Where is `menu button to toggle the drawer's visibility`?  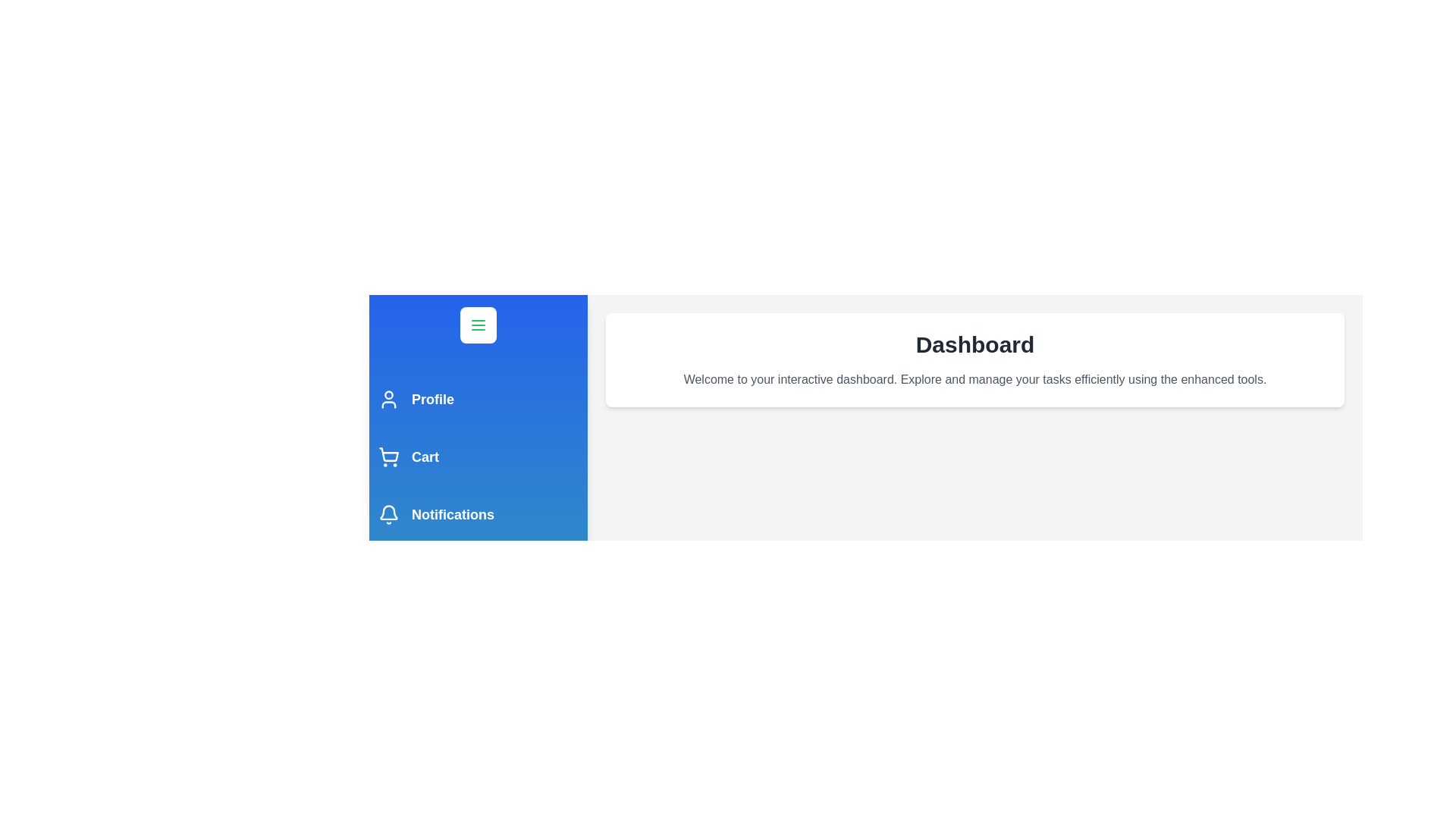
menu button to toggle the drawer's visibility is located at coordinates (477, 324).